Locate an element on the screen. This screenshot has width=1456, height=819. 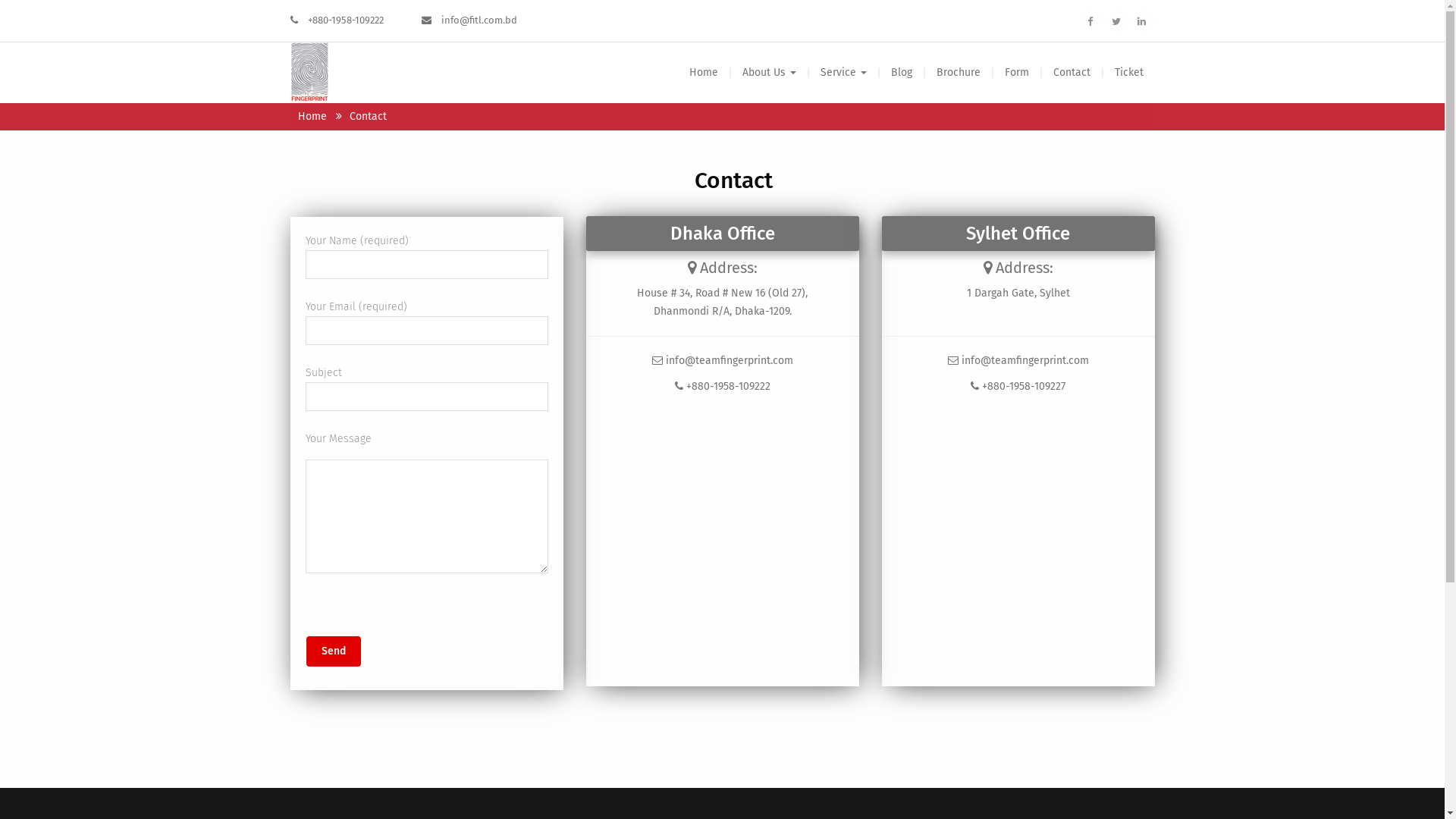
'Blog' is located at coordinates (901, 73).